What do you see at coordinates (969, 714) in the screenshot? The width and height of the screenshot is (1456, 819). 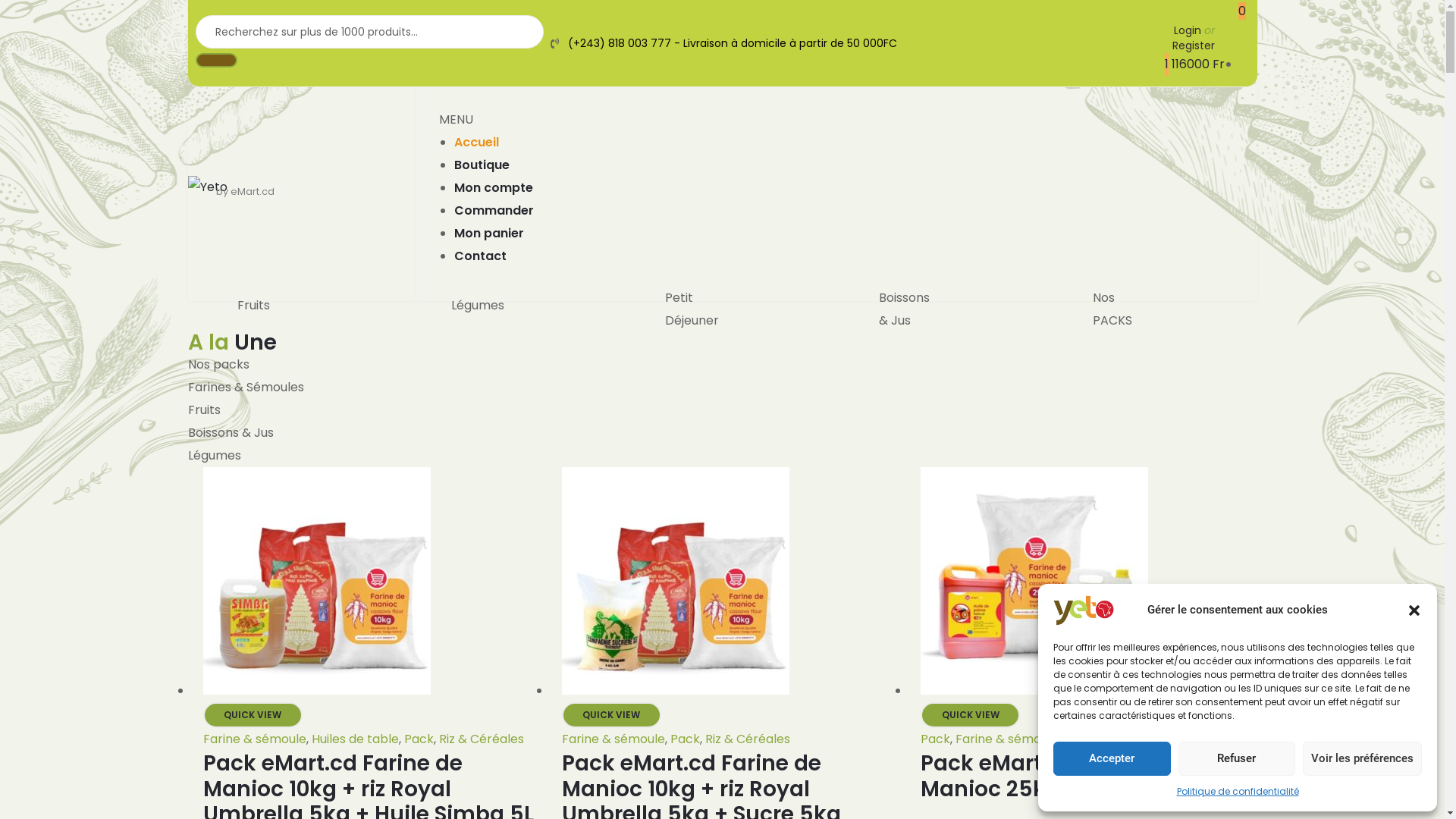 I see `'QUICK VIEW'` at bounding box center [969, 714].